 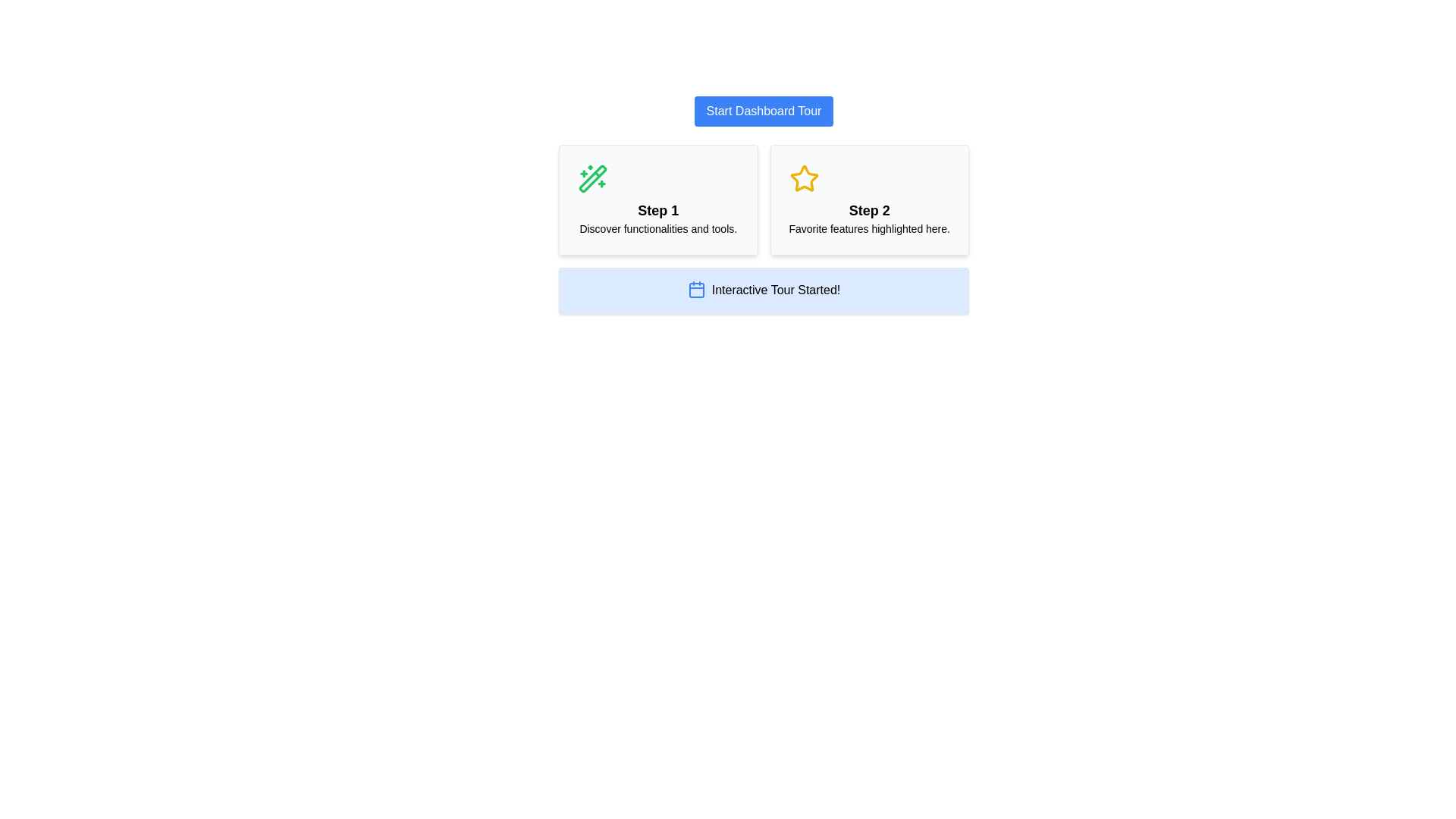 What do you see at coordinates (803, 177) in the screenshot?
I see `the star-shaped icon with a yellow outline located in the second card component labeled 'Step 2', which is centered above the text 'Favorite features highlighted here.'` at bounding box center [803, 177].